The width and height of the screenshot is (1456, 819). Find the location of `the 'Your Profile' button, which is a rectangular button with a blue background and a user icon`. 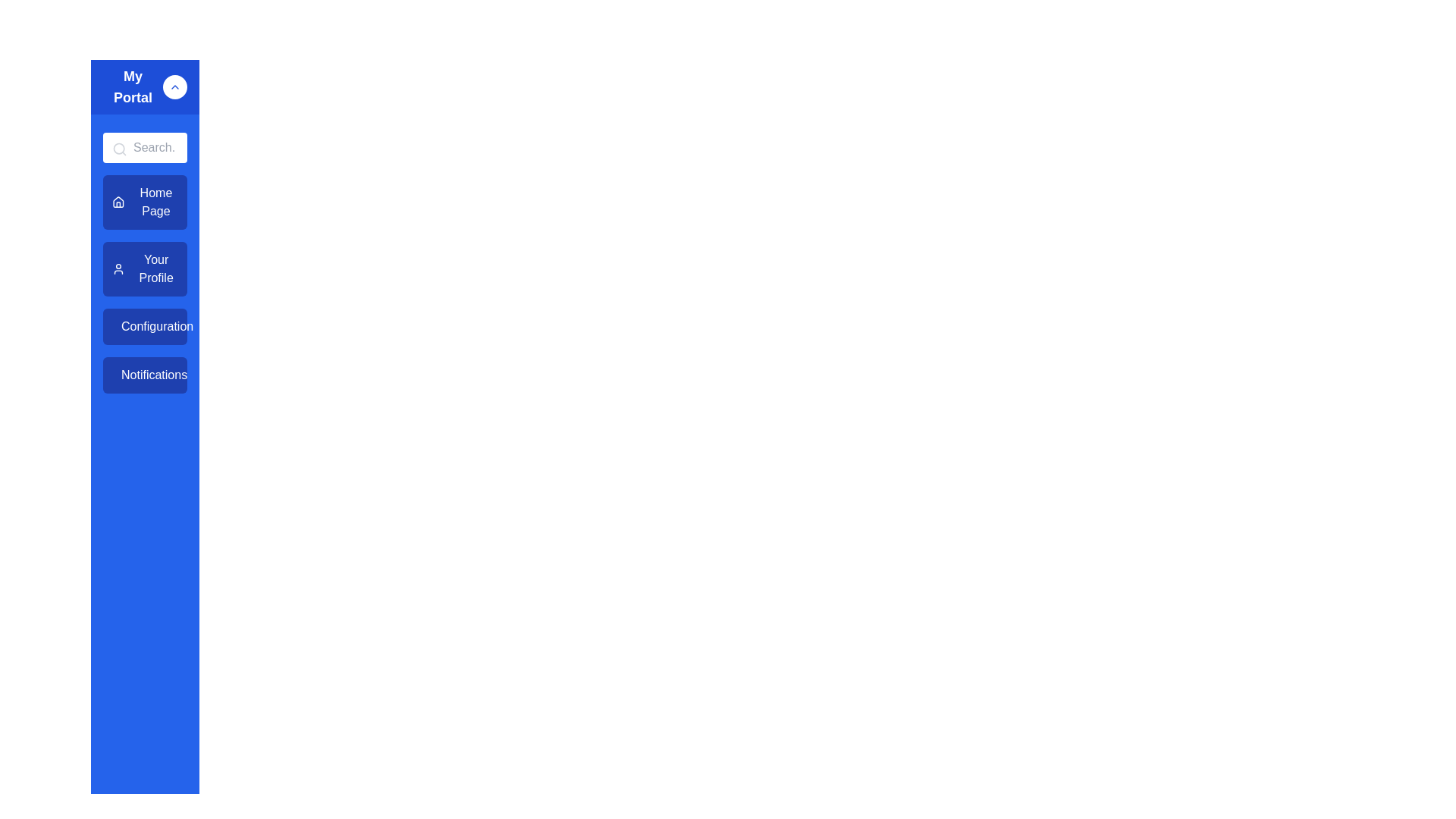

the 'Your Profile' button, which is a rectangular button with a blue background and a user icon is located at coordinates (145, 268).